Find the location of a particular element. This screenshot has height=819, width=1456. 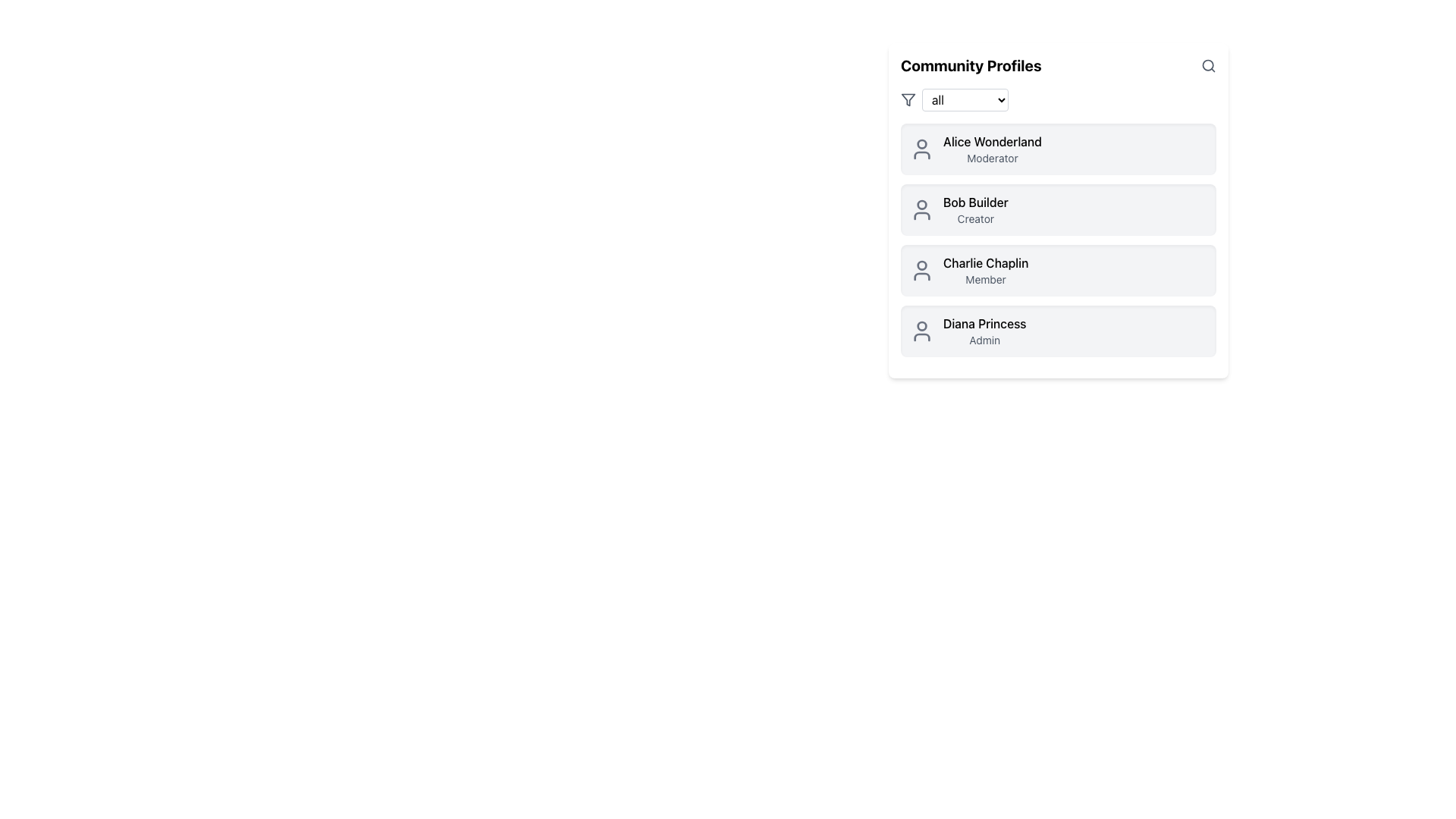

SVG circle element that represents the lens of the magnifying glass icon located in the top right corner of the interface using developer tools is located at coordinates (1207, 64).